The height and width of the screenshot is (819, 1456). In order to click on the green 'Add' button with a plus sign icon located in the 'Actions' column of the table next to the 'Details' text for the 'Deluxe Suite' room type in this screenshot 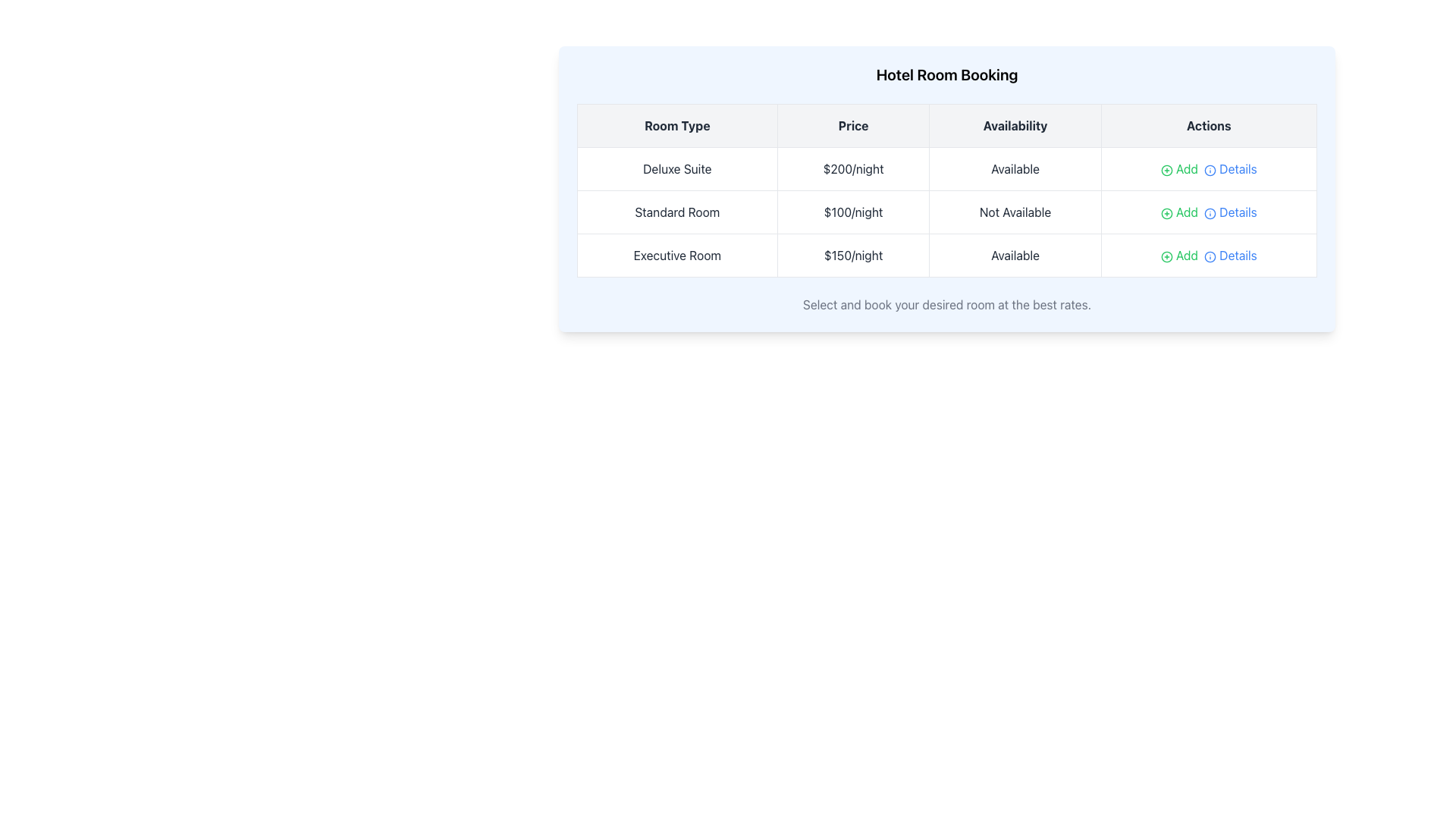, I will do `click(1178, 169)`.